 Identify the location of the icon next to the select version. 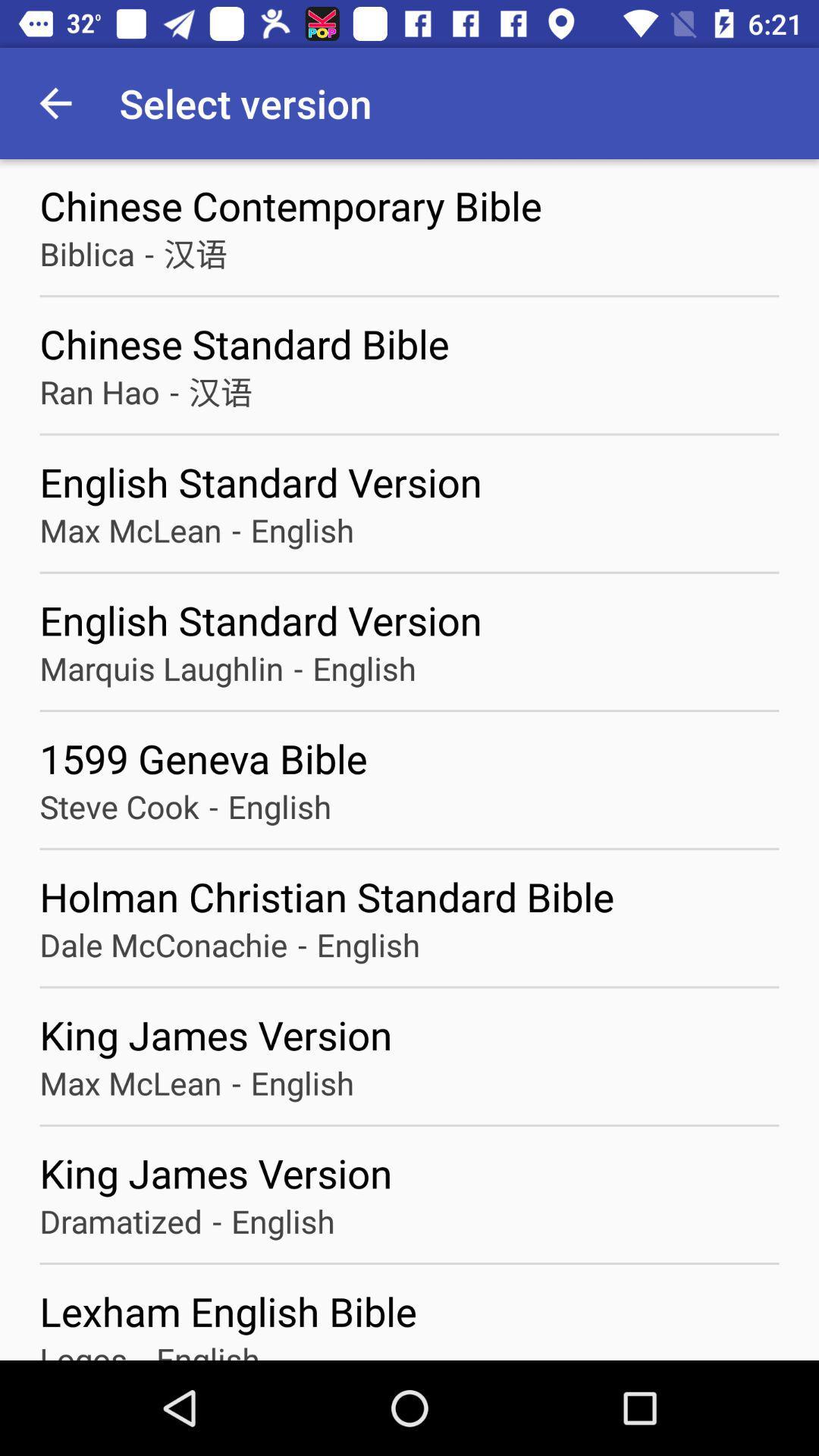
(55, 102).